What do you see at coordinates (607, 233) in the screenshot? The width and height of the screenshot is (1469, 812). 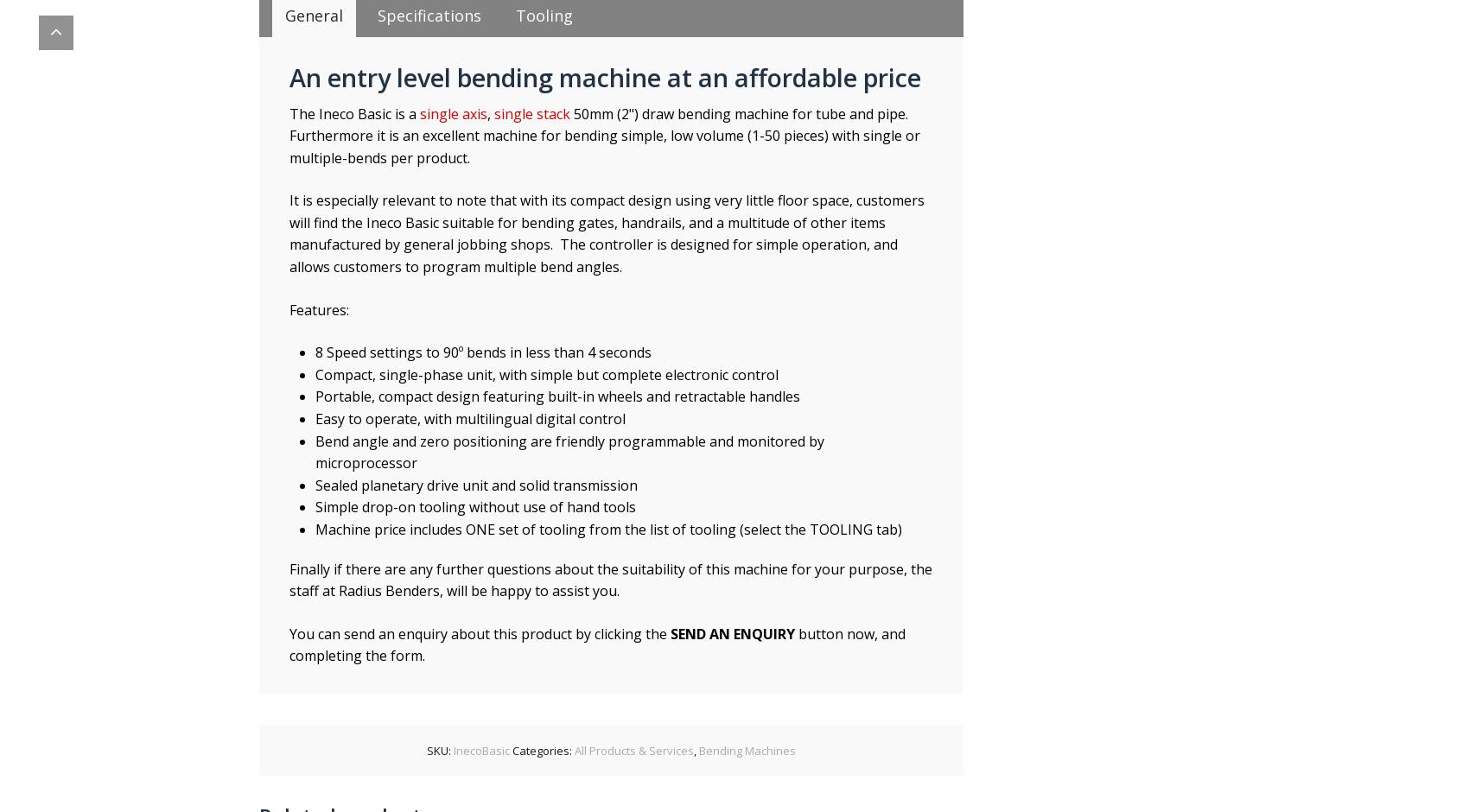 I see `'It is especially relevant to note that with its compact design using very little floor space, customers will find the Ineco Basic suitable for bending gates, handrails, and a multitude of other items manufactured by general jobbing shops.  The controller is designed for simple operation, and allows customers to program multiple bend angles.'` at bounding box center [607, 233].